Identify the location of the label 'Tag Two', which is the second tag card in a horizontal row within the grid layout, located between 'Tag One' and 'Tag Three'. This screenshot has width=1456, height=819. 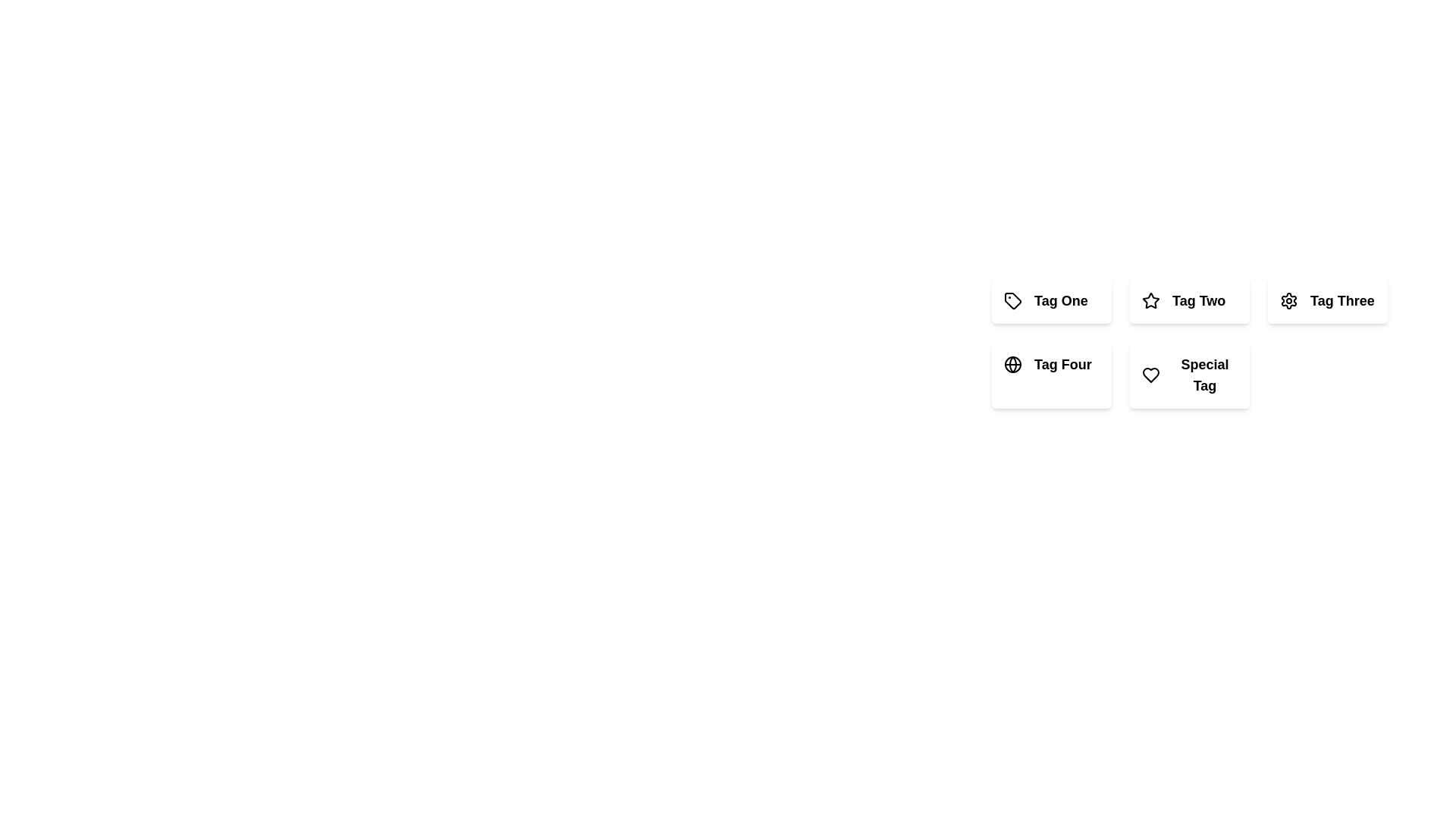
(1189, 301).